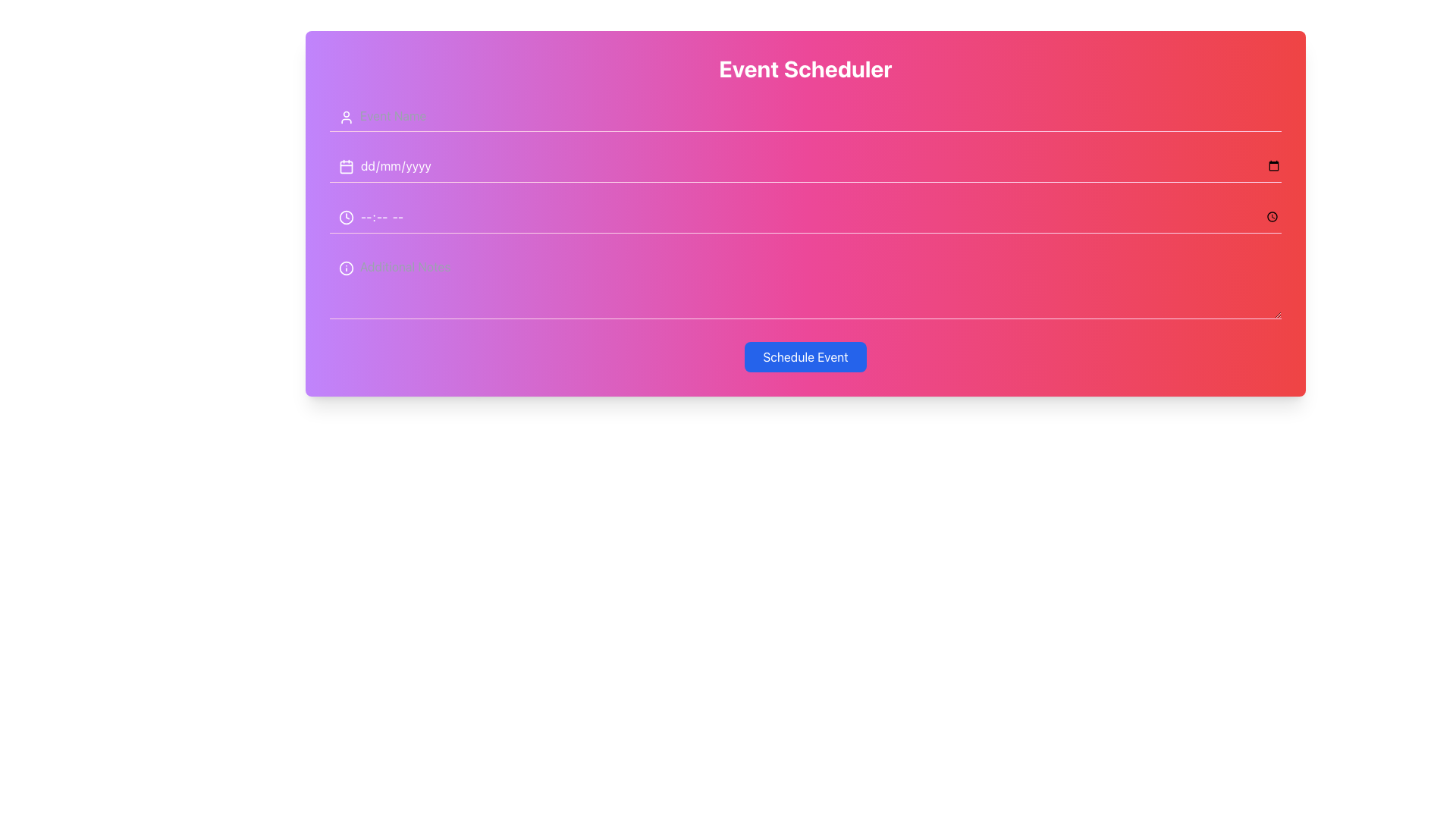  What do you see at coordinates (805, 217) in the screenshot?
I see `to focus on the third input field for specifying the time of the event, located below 'Event Name' and 'Date'` at bounding box center [805, 217].